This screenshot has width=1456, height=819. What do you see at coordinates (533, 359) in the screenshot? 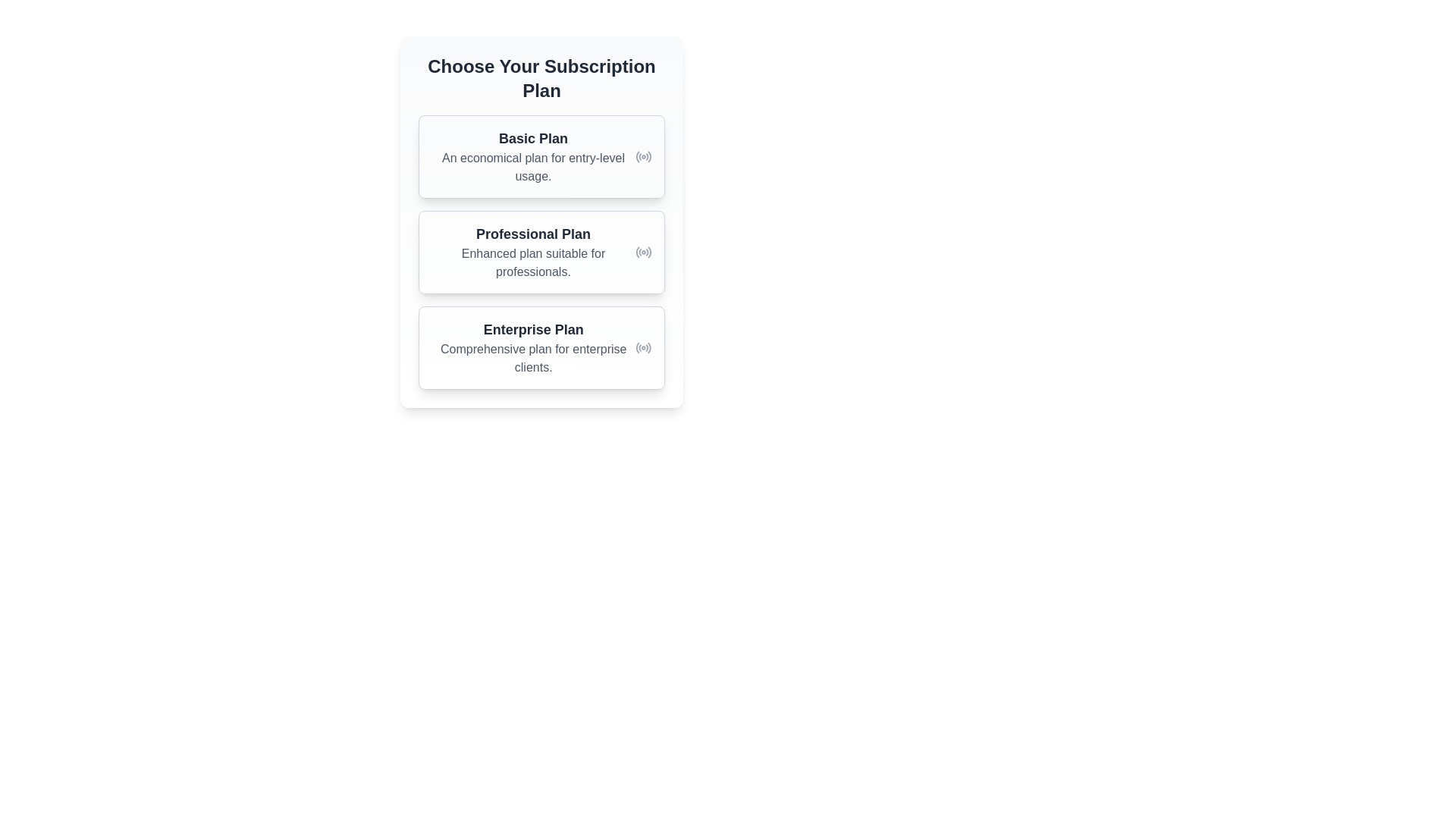
I see `the text element displaying 'Comprehensive plan for enterprise clients.' which is styled in gray and positioned below the title 'Enterprise Plan.'` at bounding box center [533, 359].